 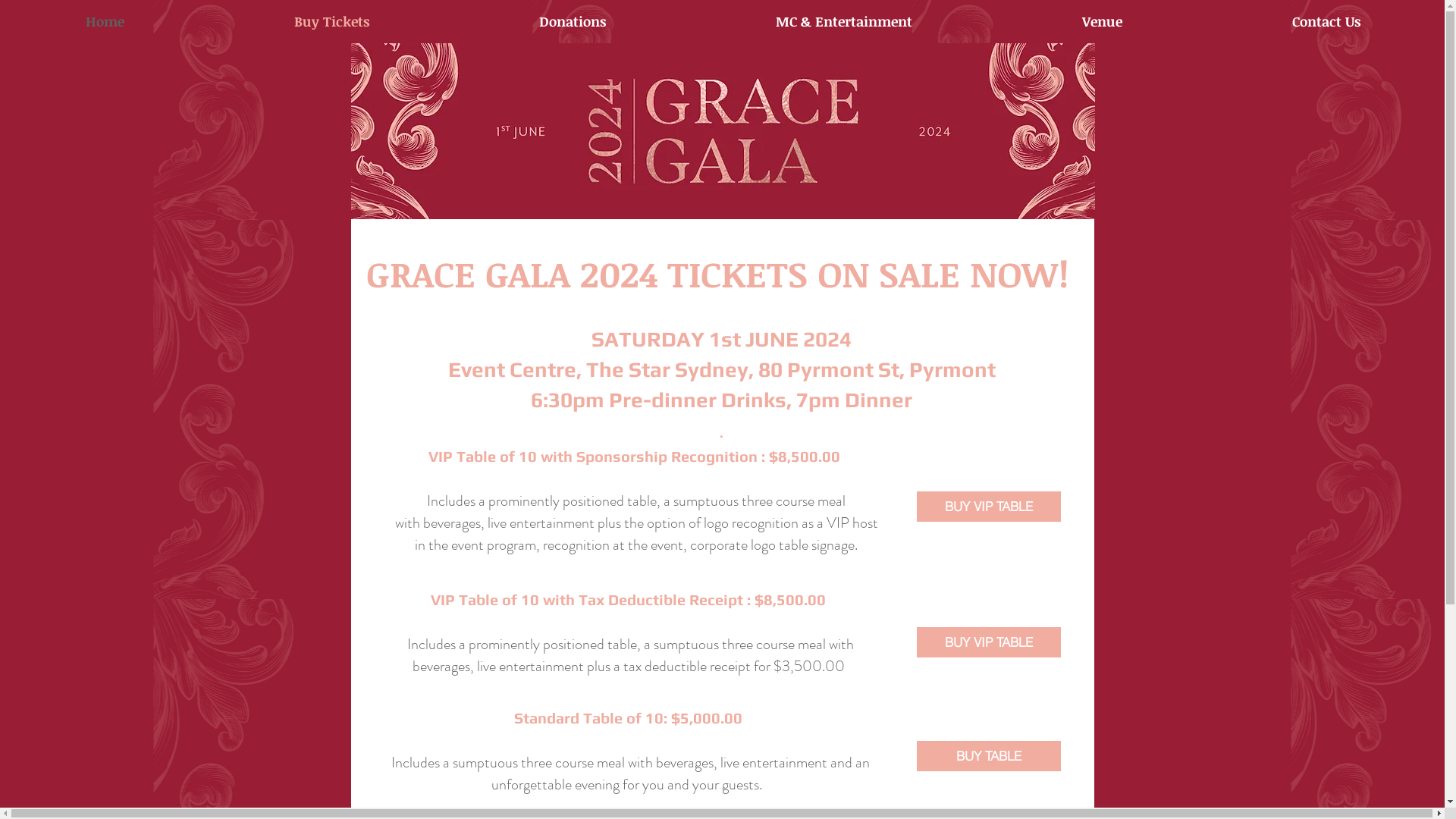 What do you see at coordinates (915, 506) in the screenshot?
I see `'BUY VIP TABLE'` at bounding box center [915, 506].